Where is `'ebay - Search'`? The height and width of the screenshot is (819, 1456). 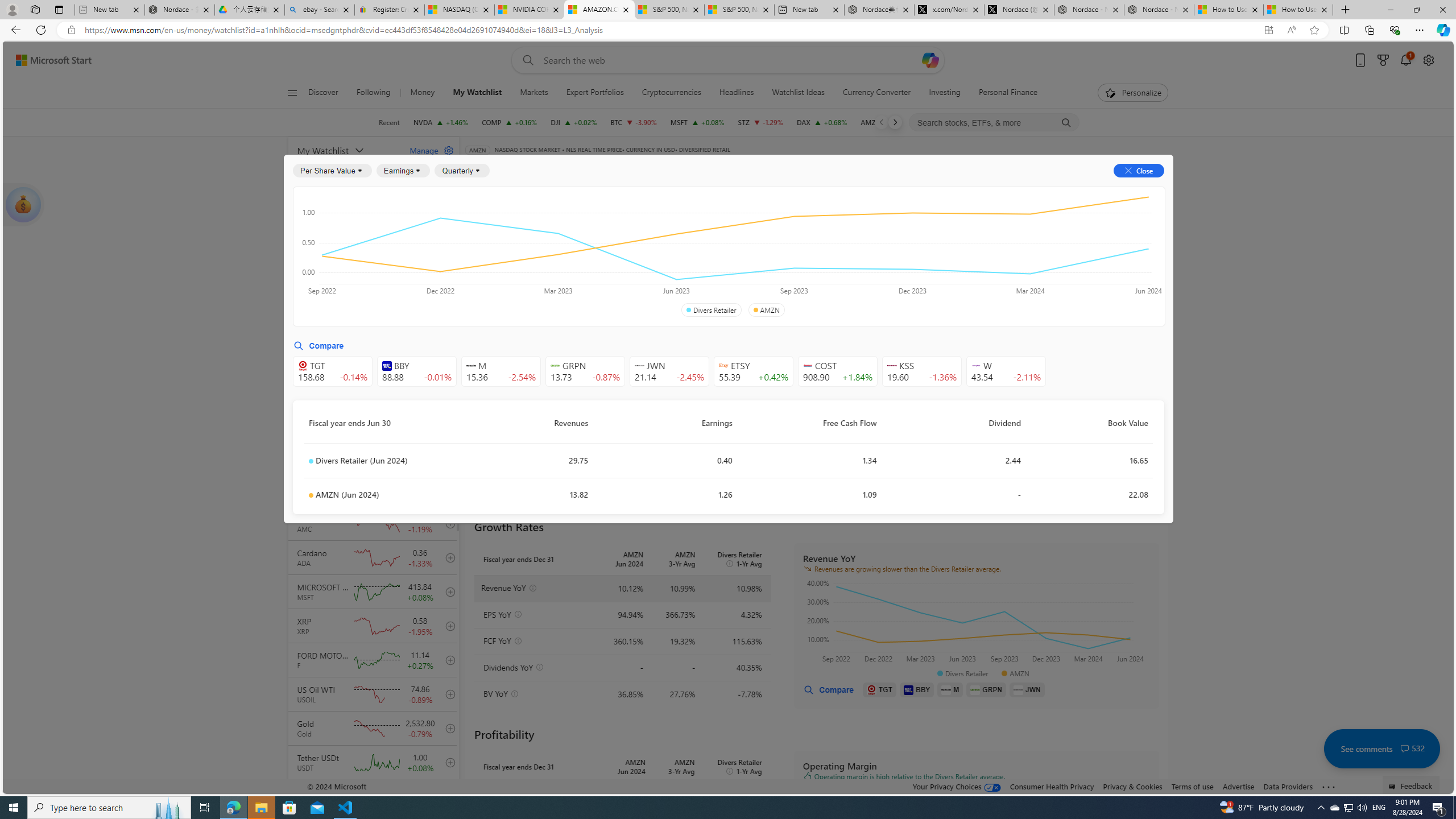 'ebay - Search' is located at coordinates (318, 9).